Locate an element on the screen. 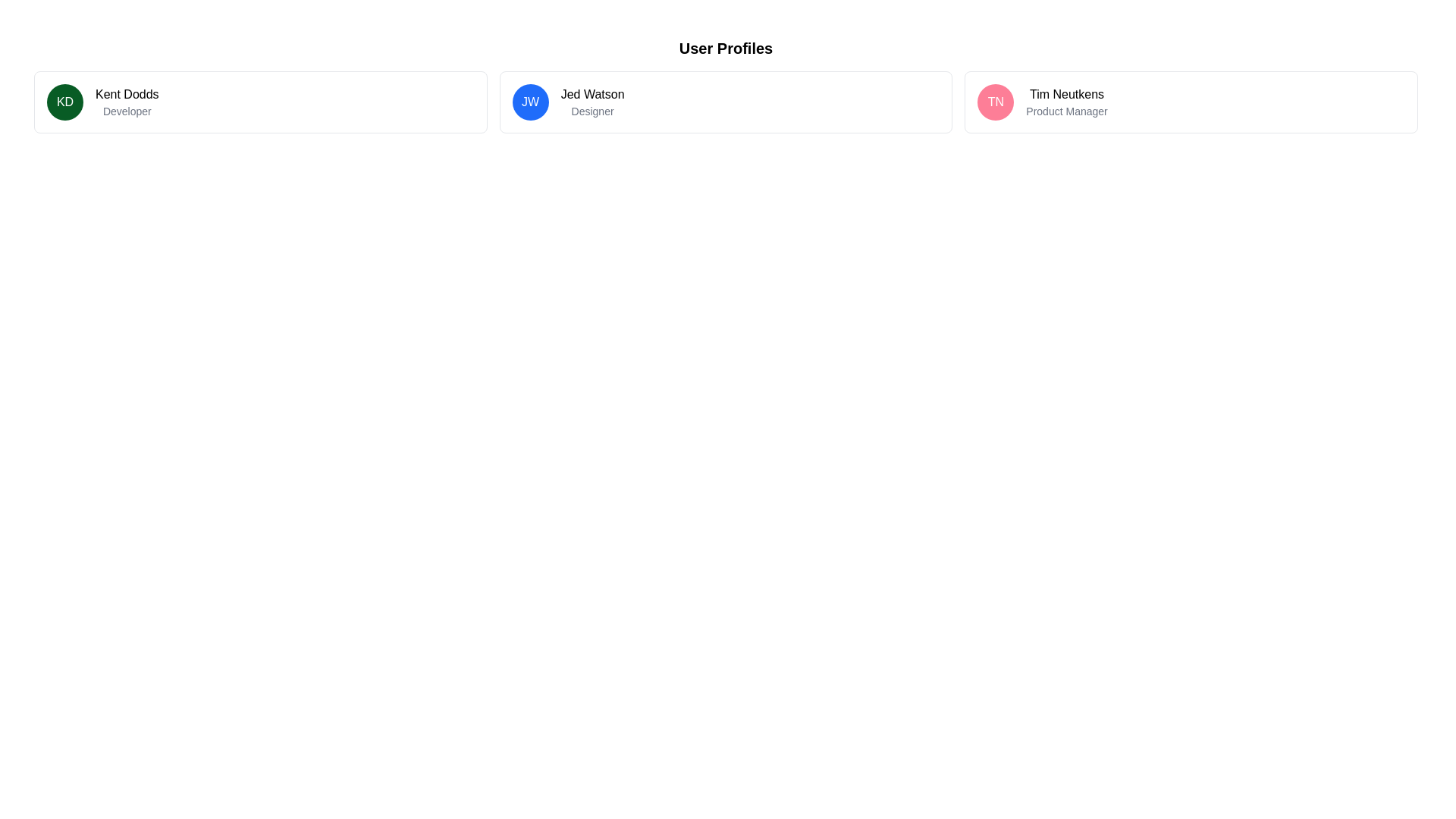 Image resolution: width=1456 pixels, height=819 pixels. the text label displaying the name of the individual in the rightmost profile card, positioned above the 'Product Manager' text is located at coordinates (1065, 94).